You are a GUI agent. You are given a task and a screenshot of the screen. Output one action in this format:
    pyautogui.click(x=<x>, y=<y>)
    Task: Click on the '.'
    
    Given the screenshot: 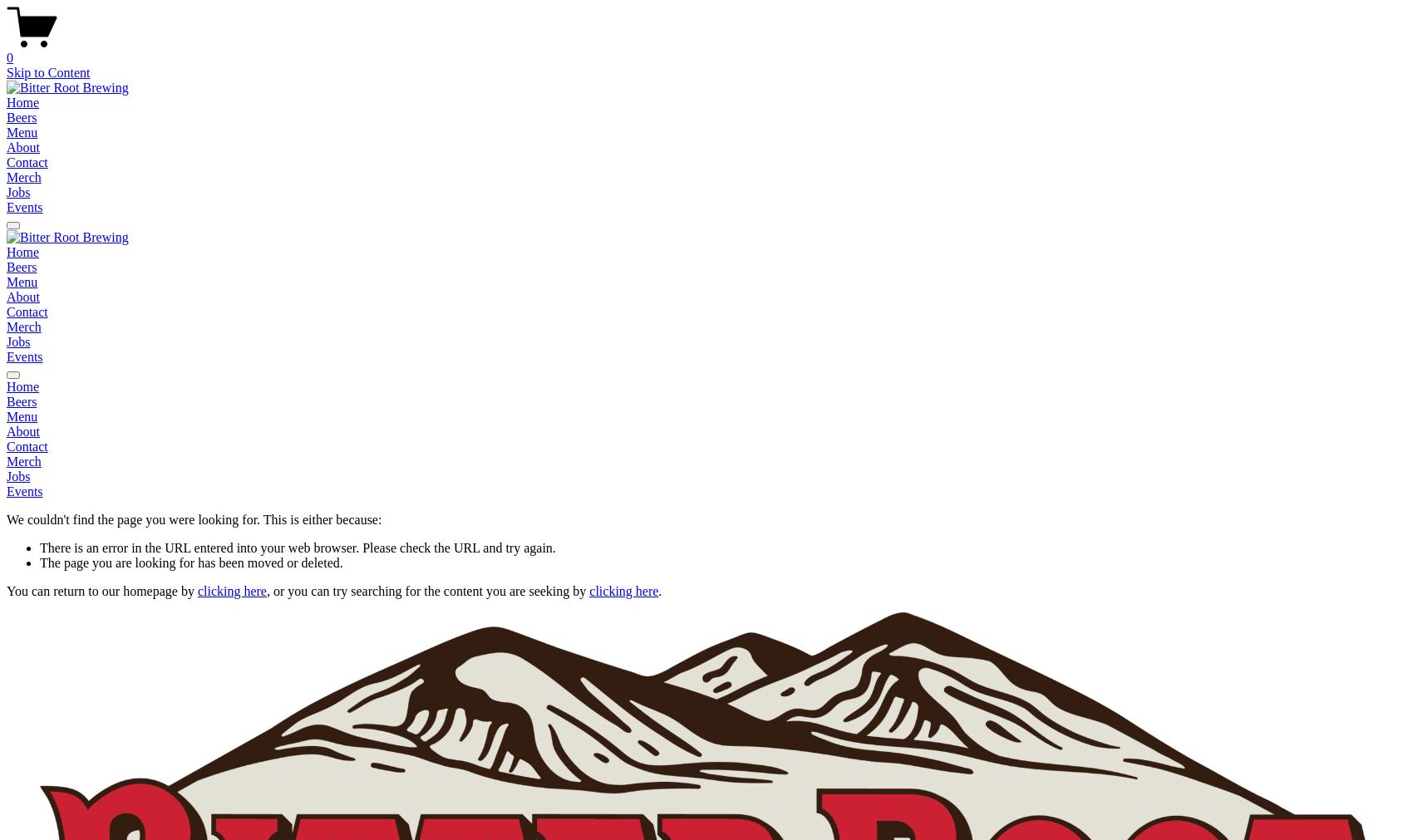 What is the action you would take?
    pyautogui.click(x=657, y=590)
    